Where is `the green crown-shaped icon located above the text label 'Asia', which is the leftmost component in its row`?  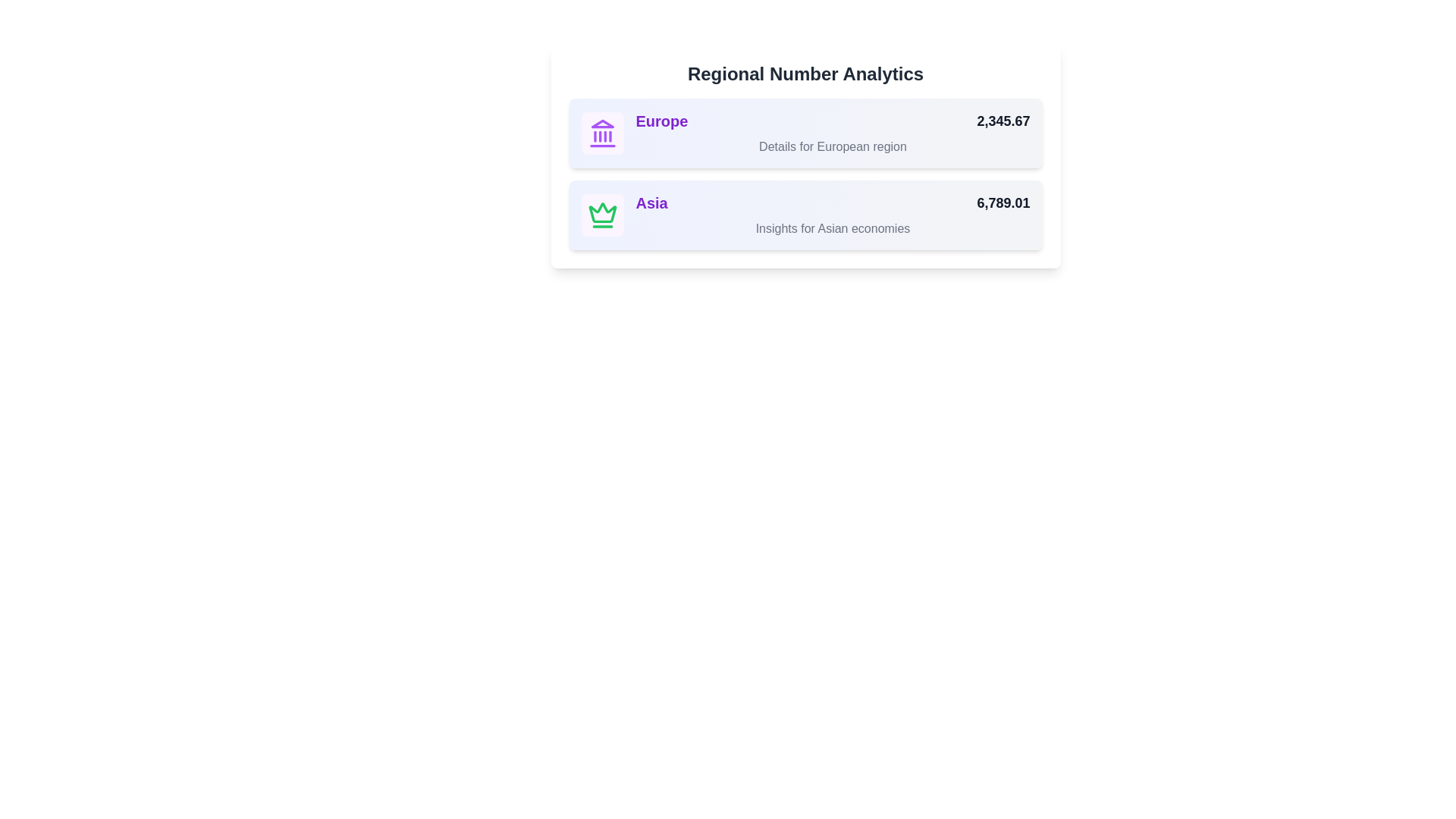 the green crown-shaped icon located above the text label 'Asia', which is the leftmost component in its row is located at coordinates (601, 212).